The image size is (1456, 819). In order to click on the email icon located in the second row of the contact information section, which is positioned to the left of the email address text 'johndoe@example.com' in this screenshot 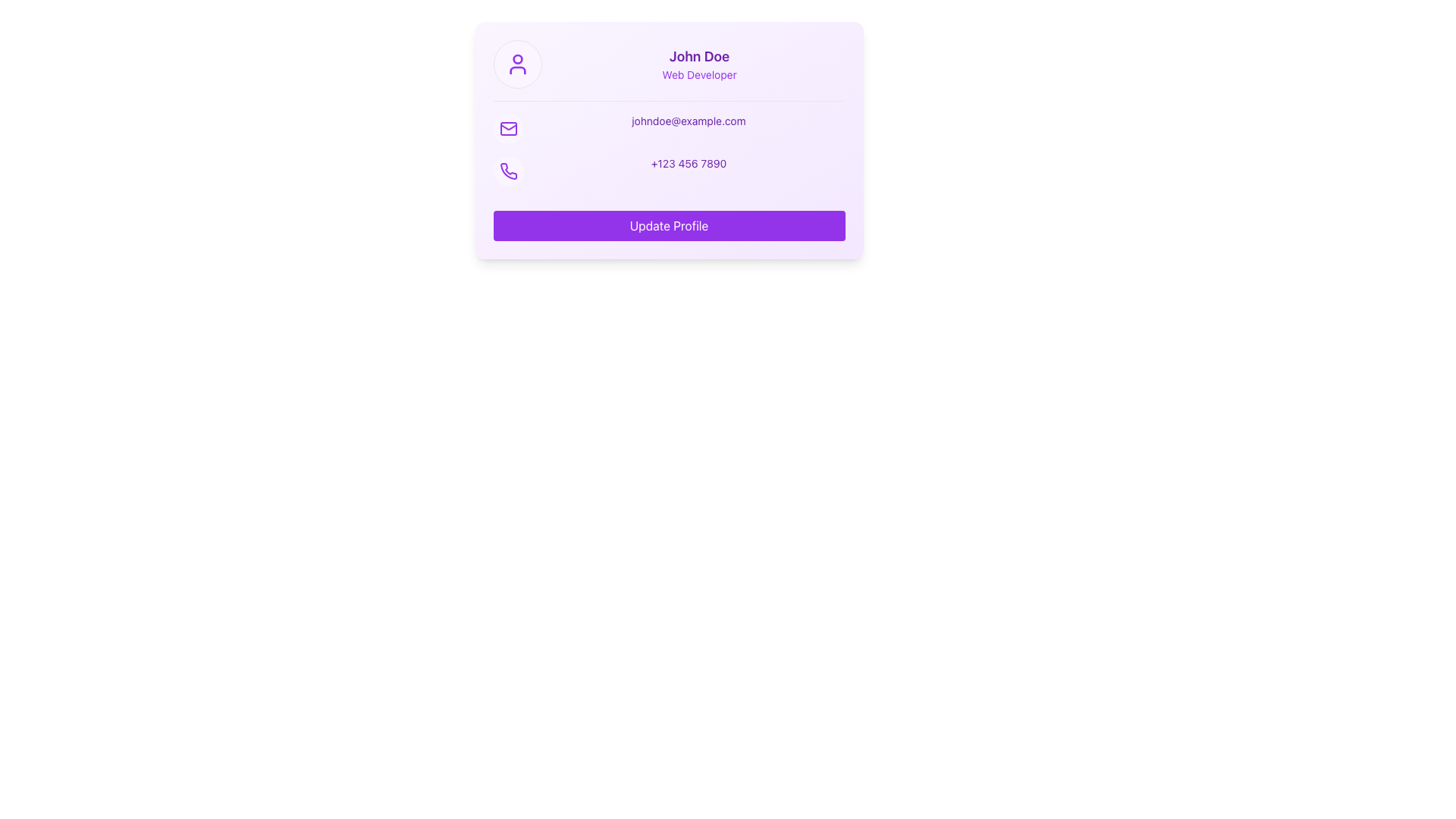, I will do `click(508, 127)`.